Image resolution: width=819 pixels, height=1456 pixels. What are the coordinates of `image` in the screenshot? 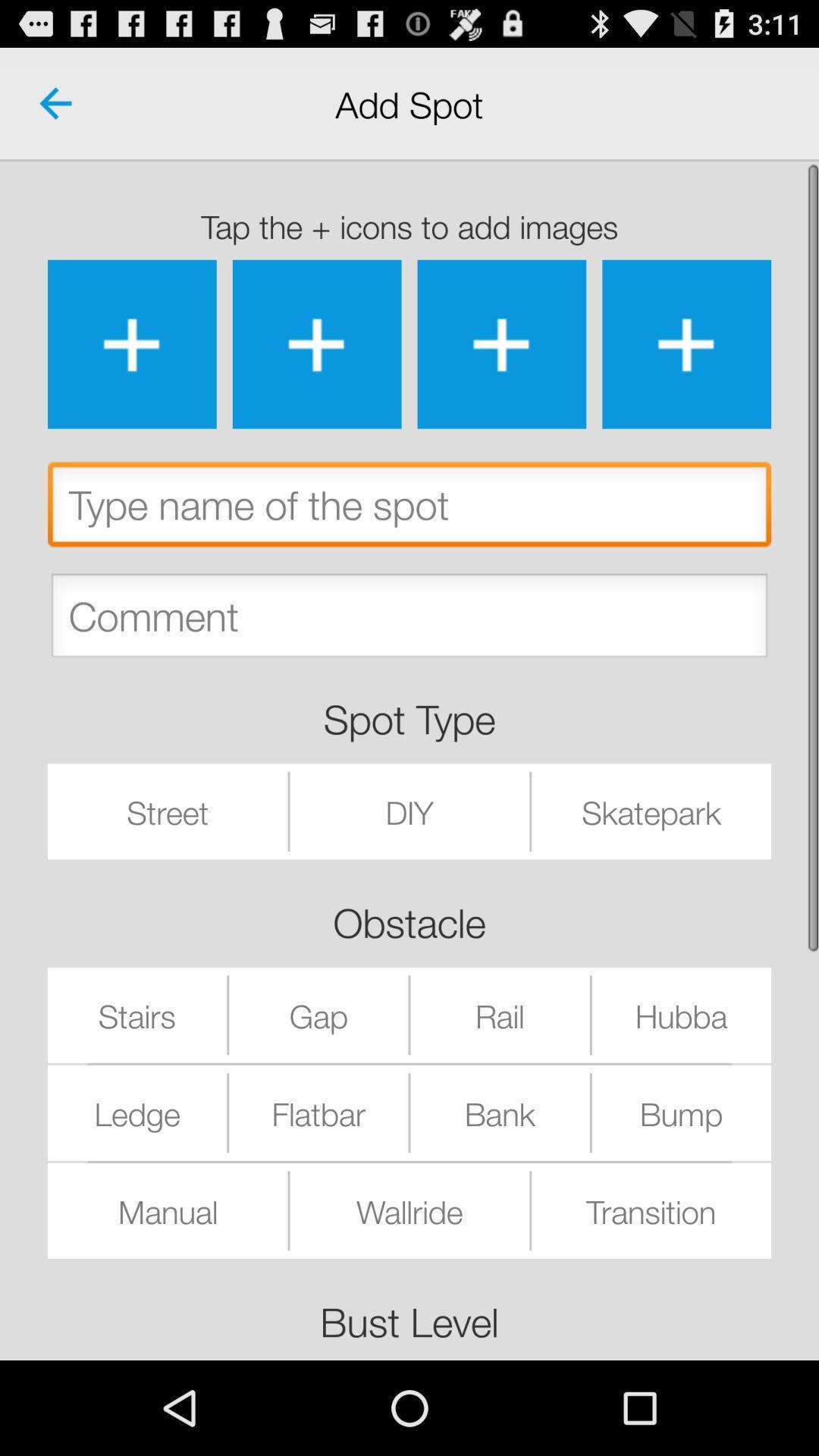 It's located at (316, 344).